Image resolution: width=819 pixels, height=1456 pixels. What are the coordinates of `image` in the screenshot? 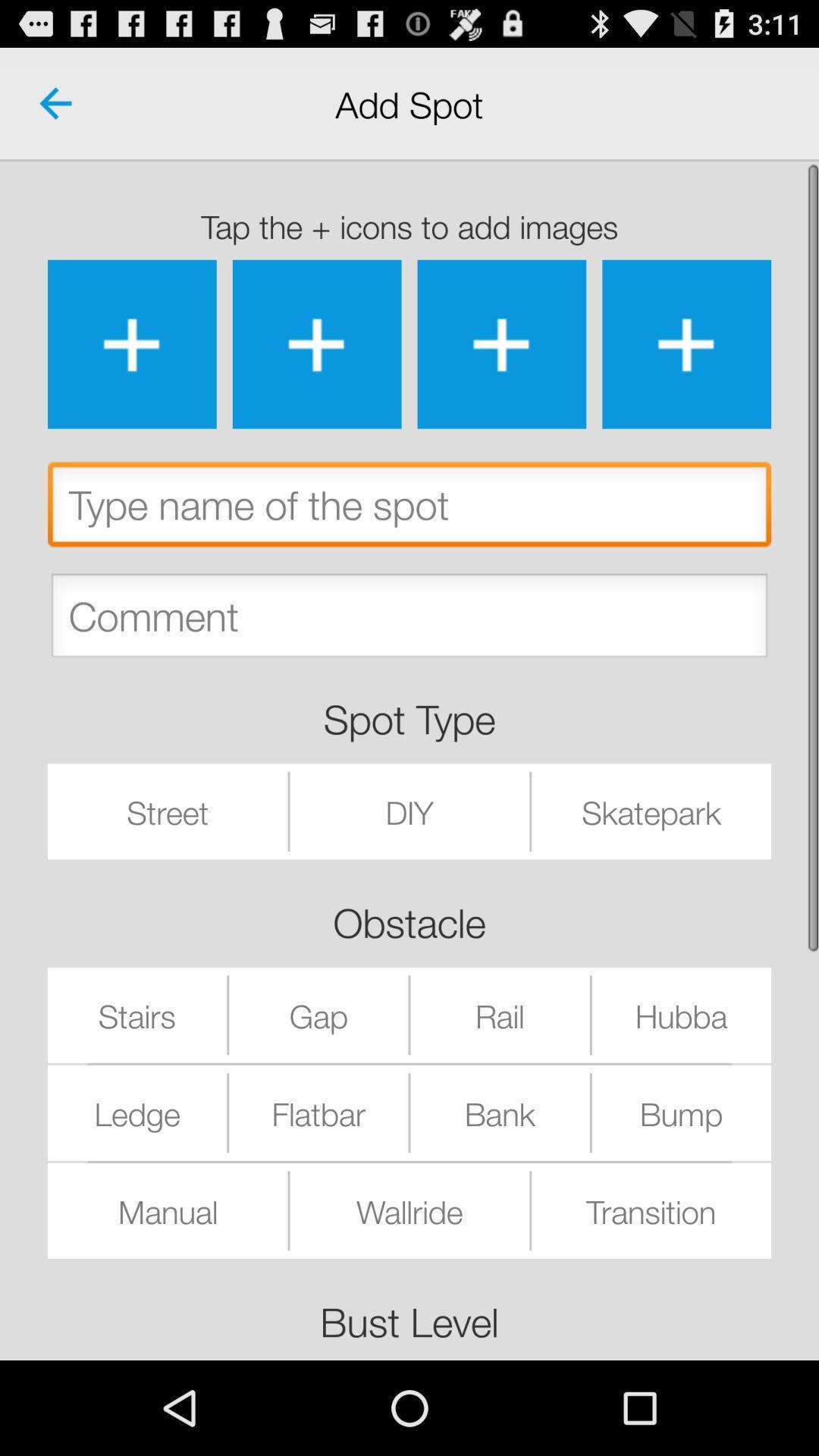 It's located at (316, 344).